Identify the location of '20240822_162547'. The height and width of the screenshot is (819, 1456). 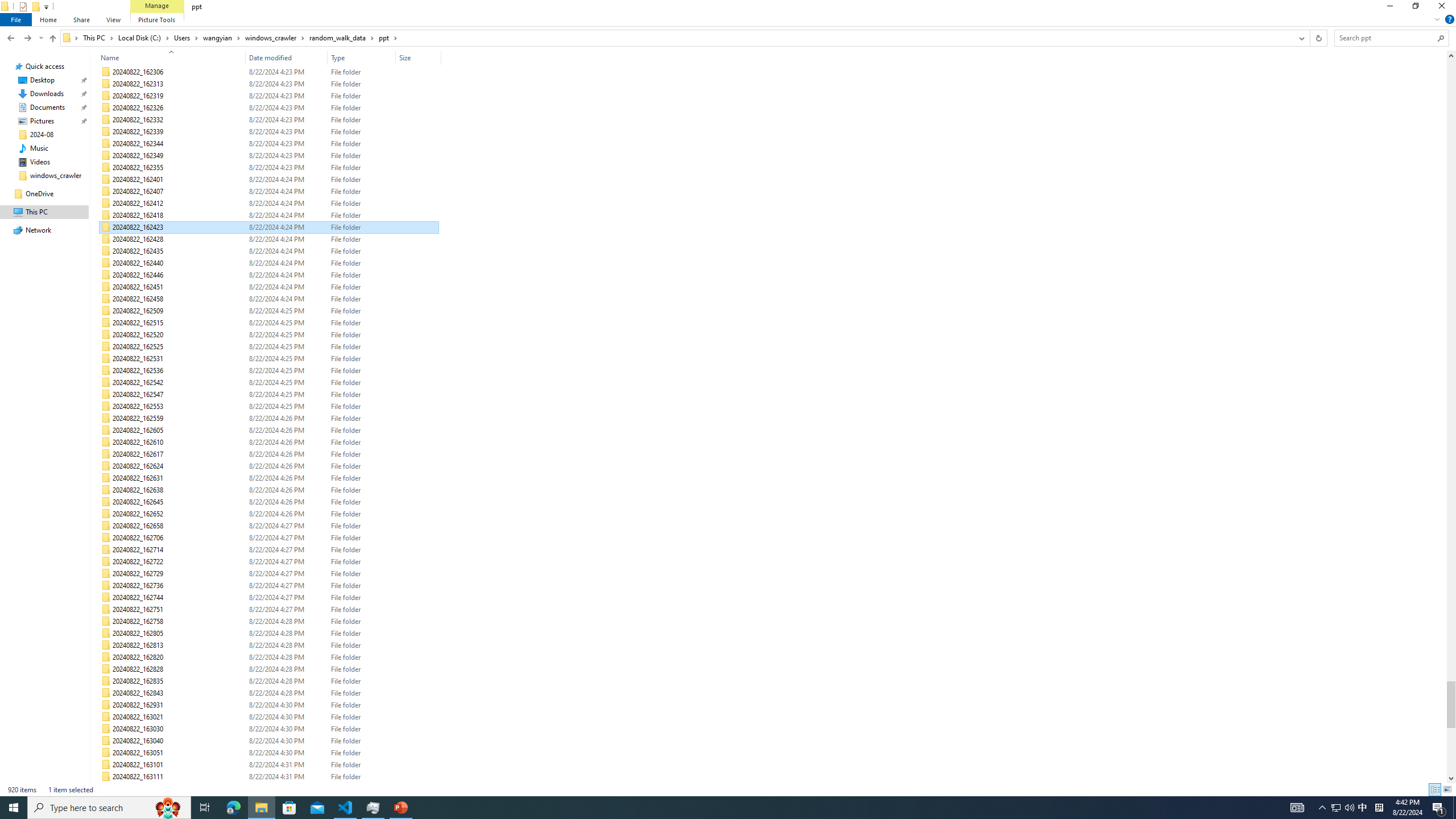
(268, 394).